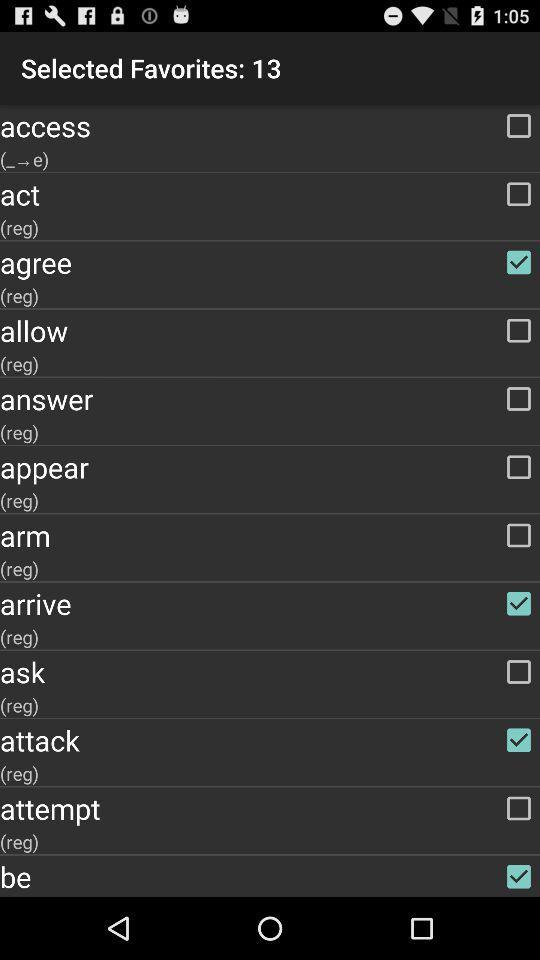 Image resolution: width=540 pixels, height=960 pixels. What do you see at coordinates (270, 672) in the screenshot?
I see `the ask checkbox` at bounding box center [270, 672].